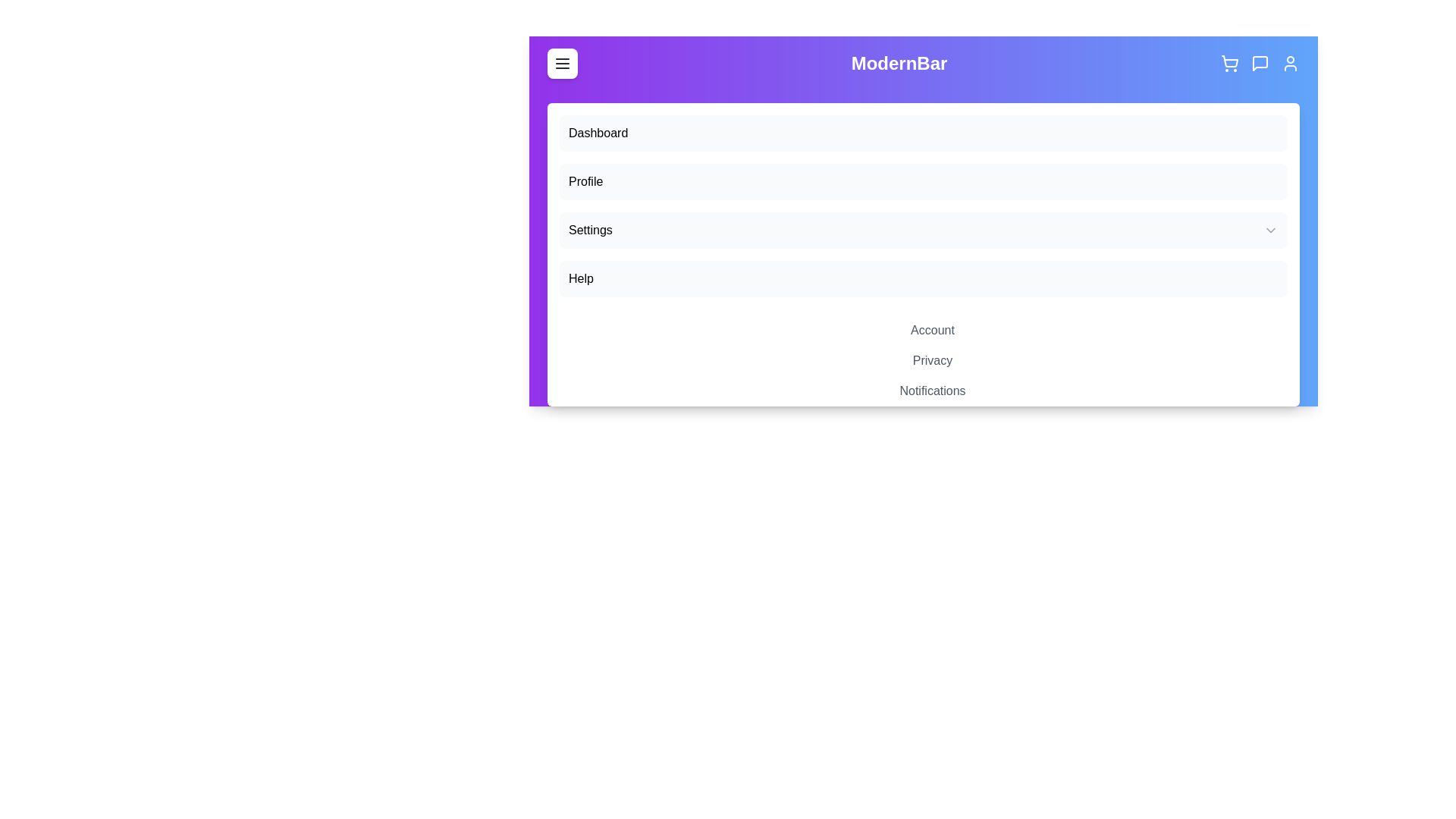  I want to click on the sub-option Account under the 'Settings' dropdown, so click(931, 329).